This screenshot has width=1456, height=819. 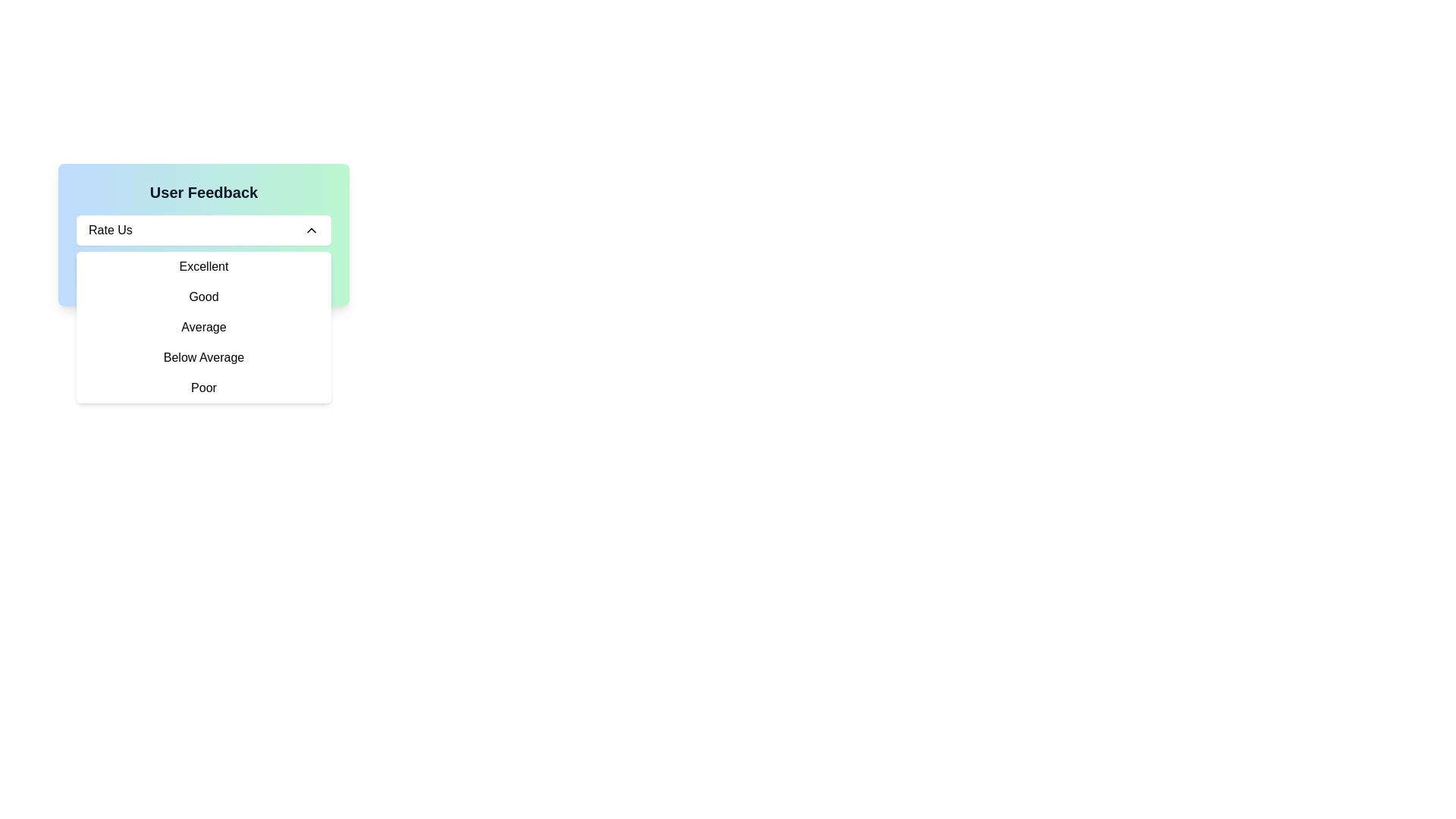 What do you see at coordinates (202, 231) in the screenshot?
I see `the 'Rate Us' dropdown menu` at bounding box center [202, 231].